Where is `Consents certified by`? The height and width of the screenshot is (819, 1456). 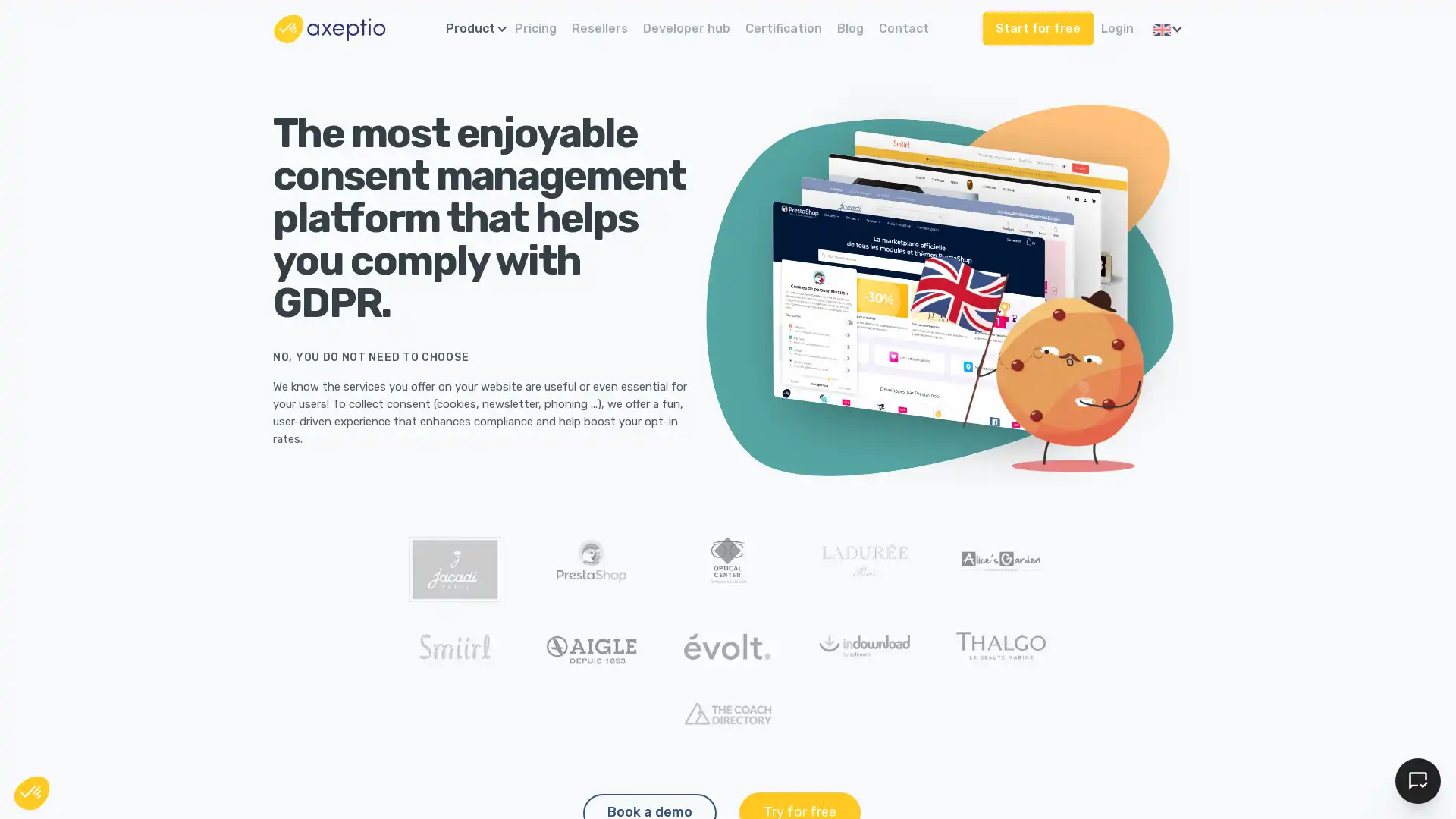
Consents certified by is located at coordinates (174, 702).